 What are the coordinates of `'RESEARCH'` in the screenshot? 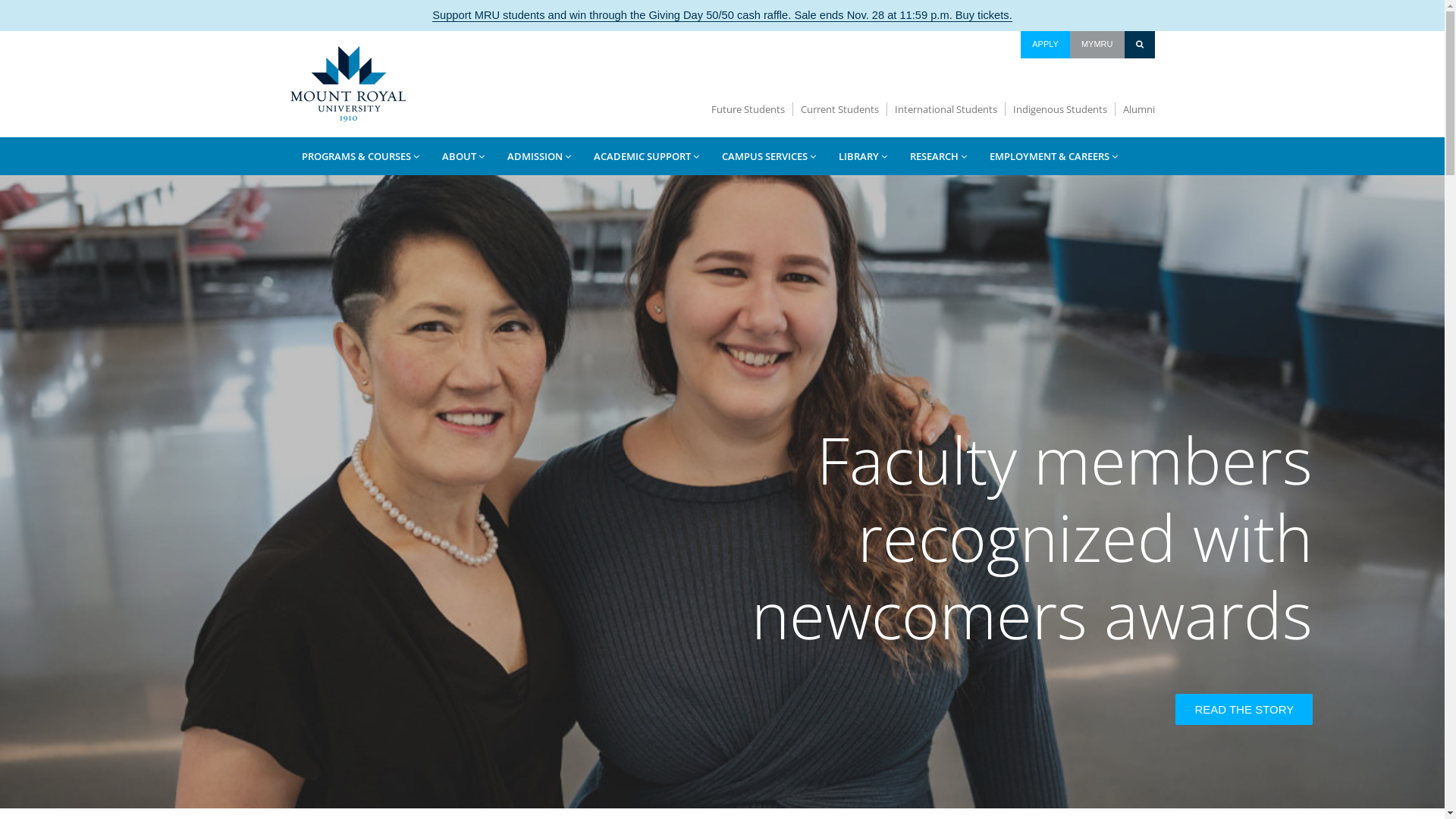 It's located at (937, 155).